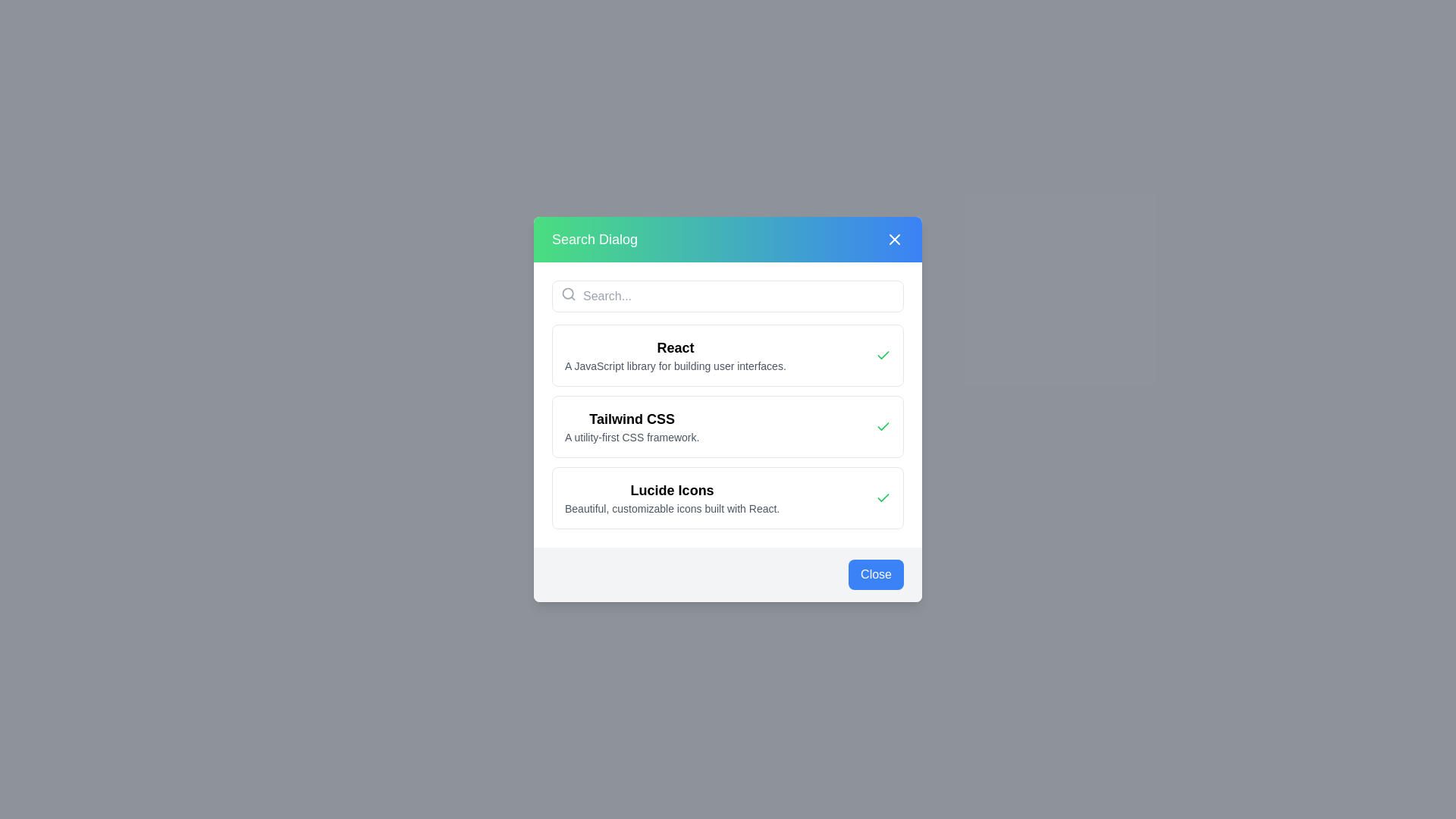 Image resolution: width=1456 pixels, height=819 pixels. Describe the element at coordinates (883, 354) in the screenshot. I see `the checkmark icon representing the selection state of the 'Tailwind CSS' option in the 'Search Dialog' overlay` at that location.